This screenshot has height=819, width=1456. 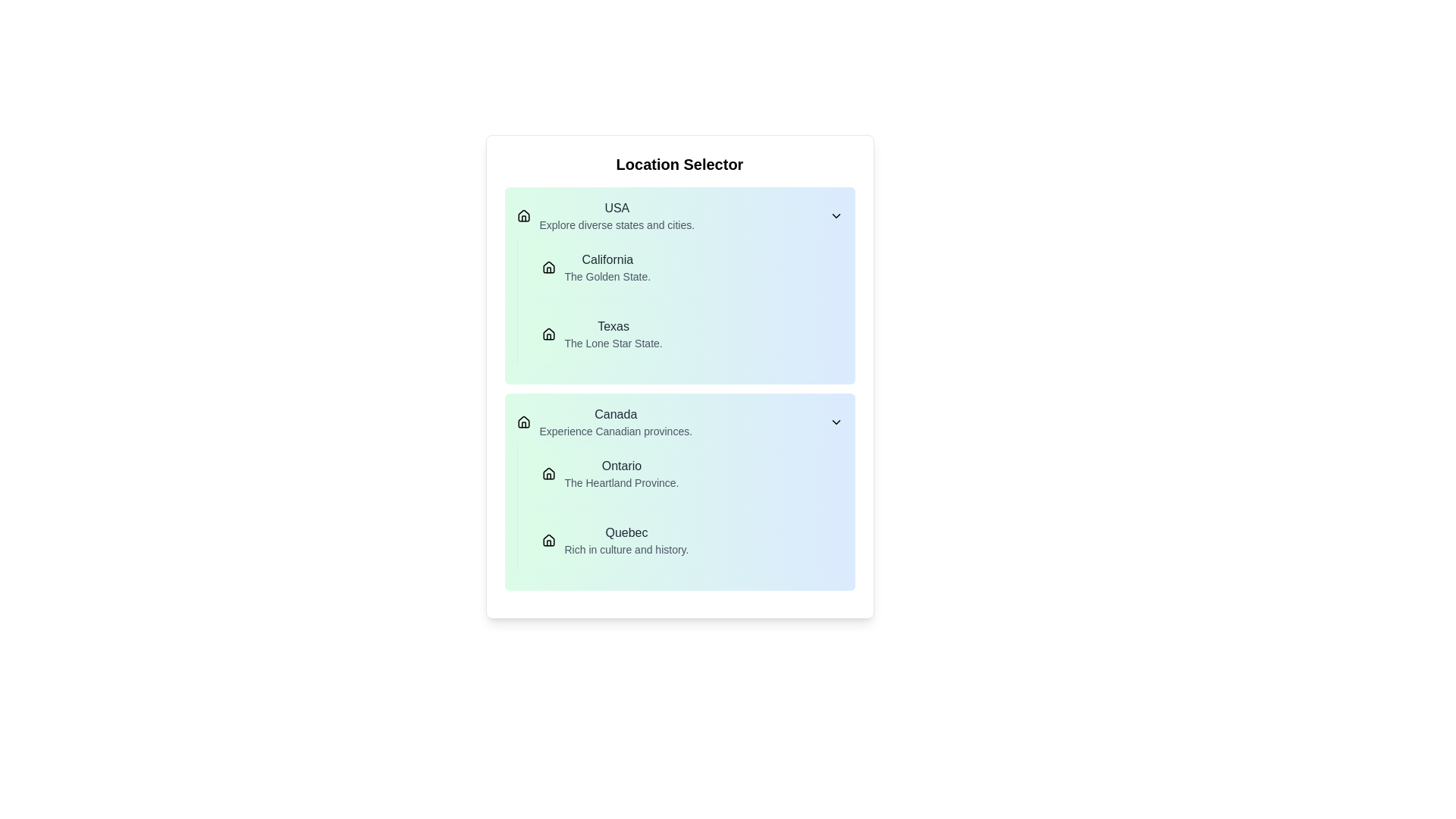 What do you see at coordinates (523, 216) in the screenshot?
I see `the home icon, which is an SVG-based component located to the left of the text 'USA' in the section titled 'Explore diverse states and cities.'` at bounding box center [523, 216].